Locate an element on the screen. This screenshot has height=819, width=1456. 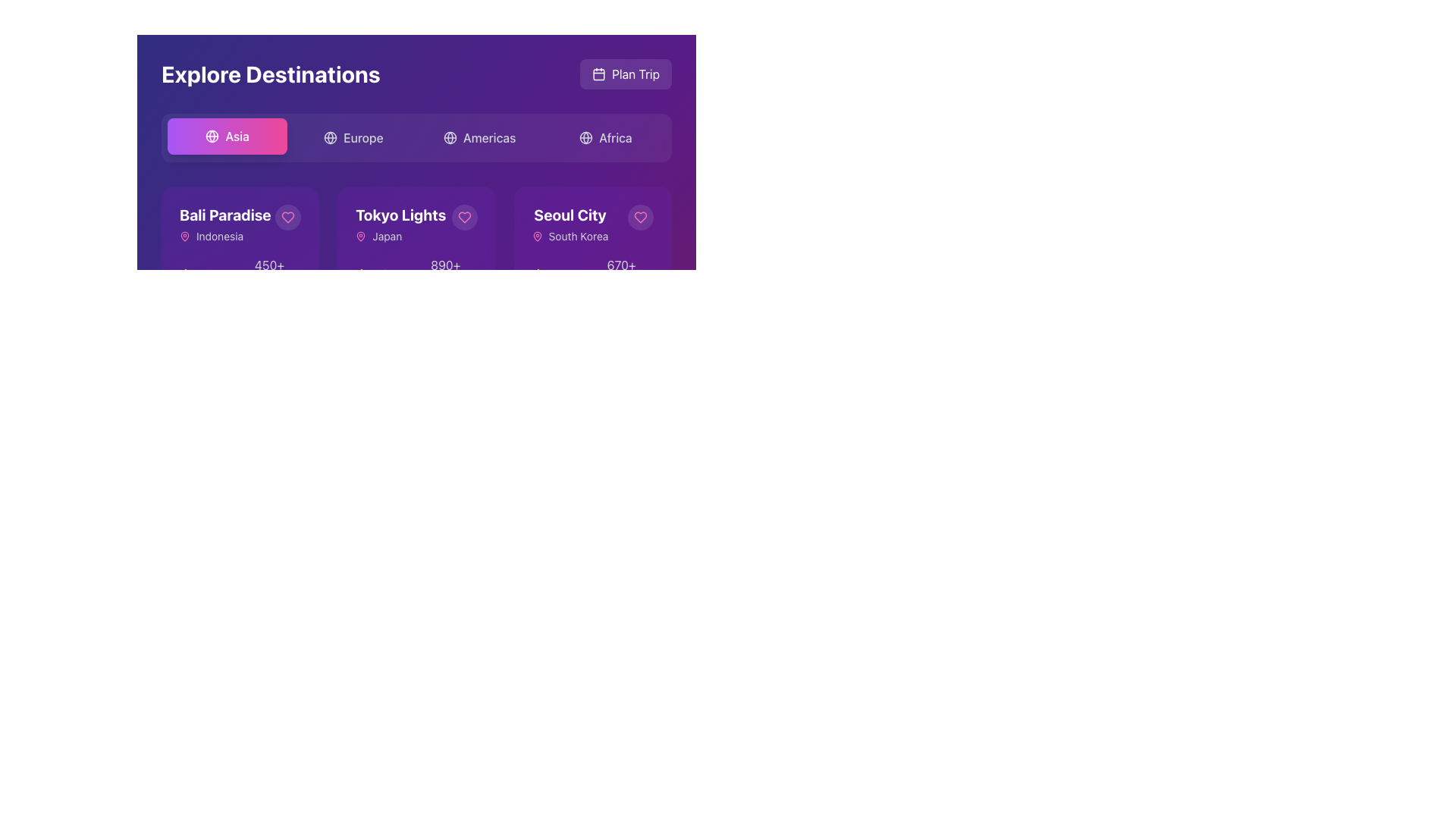
the 'Europe' navigation button located between the 'Asia' and 'Americas' buttons is located at coordinates (353, 137).